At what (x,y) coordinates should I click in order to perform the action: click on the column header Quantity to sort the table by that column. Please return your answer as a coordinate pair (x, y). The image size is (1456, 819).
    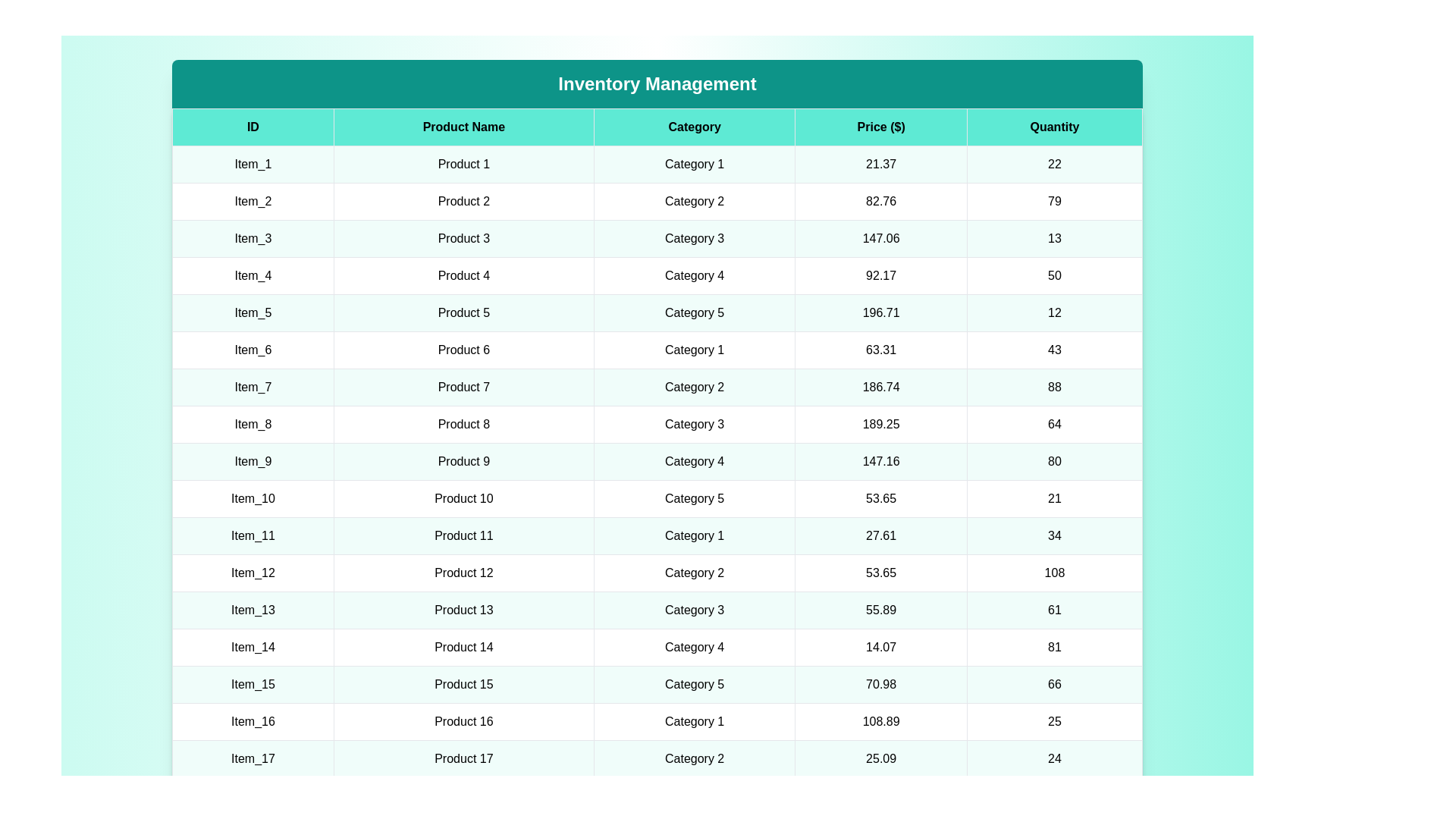
    Looking at the image, I should click on (1054, 127).